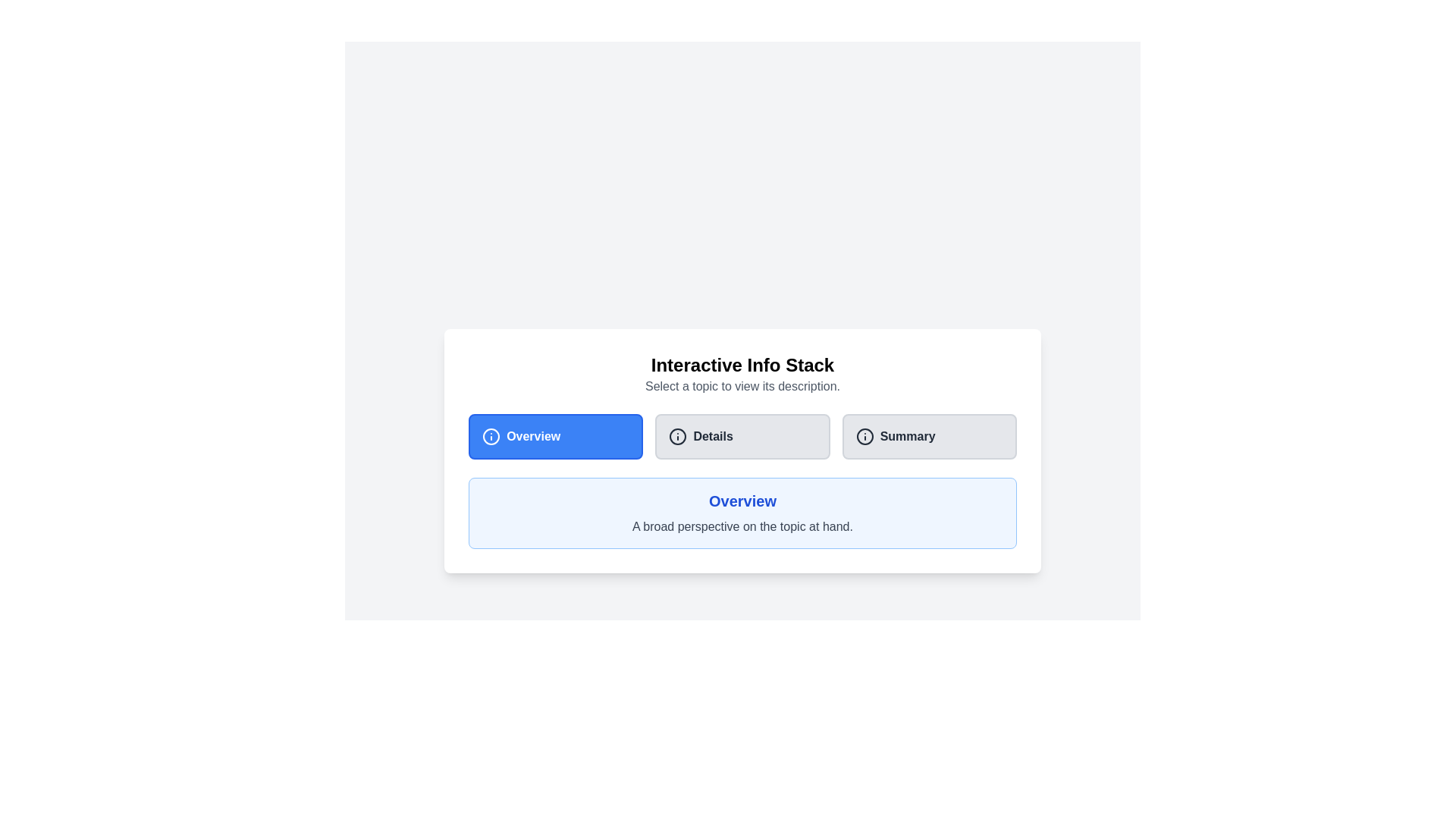 The height and width of the screenshot is (819, 1456). Describe the element at coordinates (677, 436) in the screenshot. I see `the SVG circle element that is part of the 'Details' button, which features an information symbol and is located between the 'Overview' and 'Summary' buttons` at that location.